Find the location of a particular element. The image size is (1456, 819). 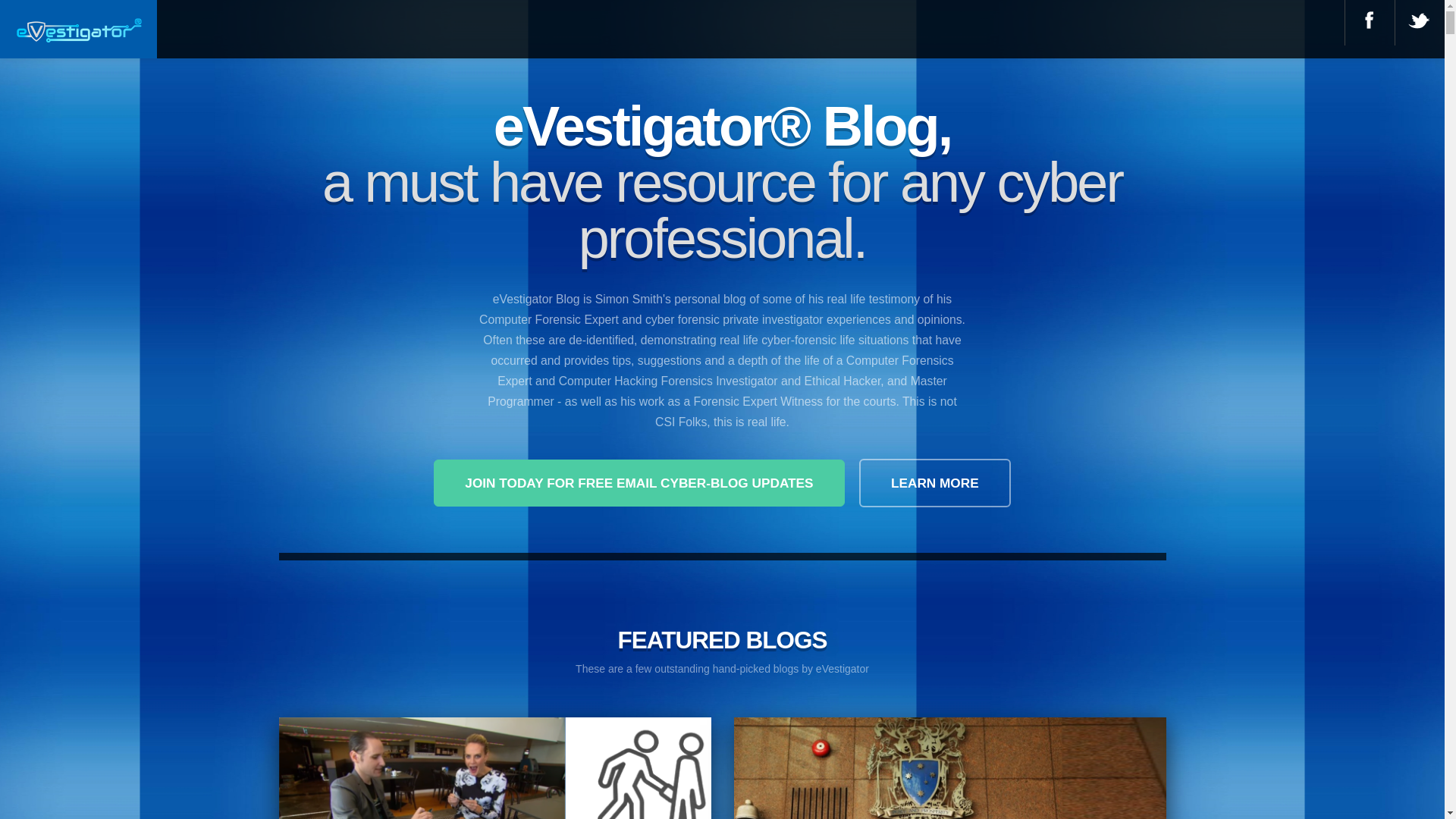

'JOIN TODAY FOR FREE EMAIL CYBER-BLOG UPDATES' is located at coordinates (639, 482).